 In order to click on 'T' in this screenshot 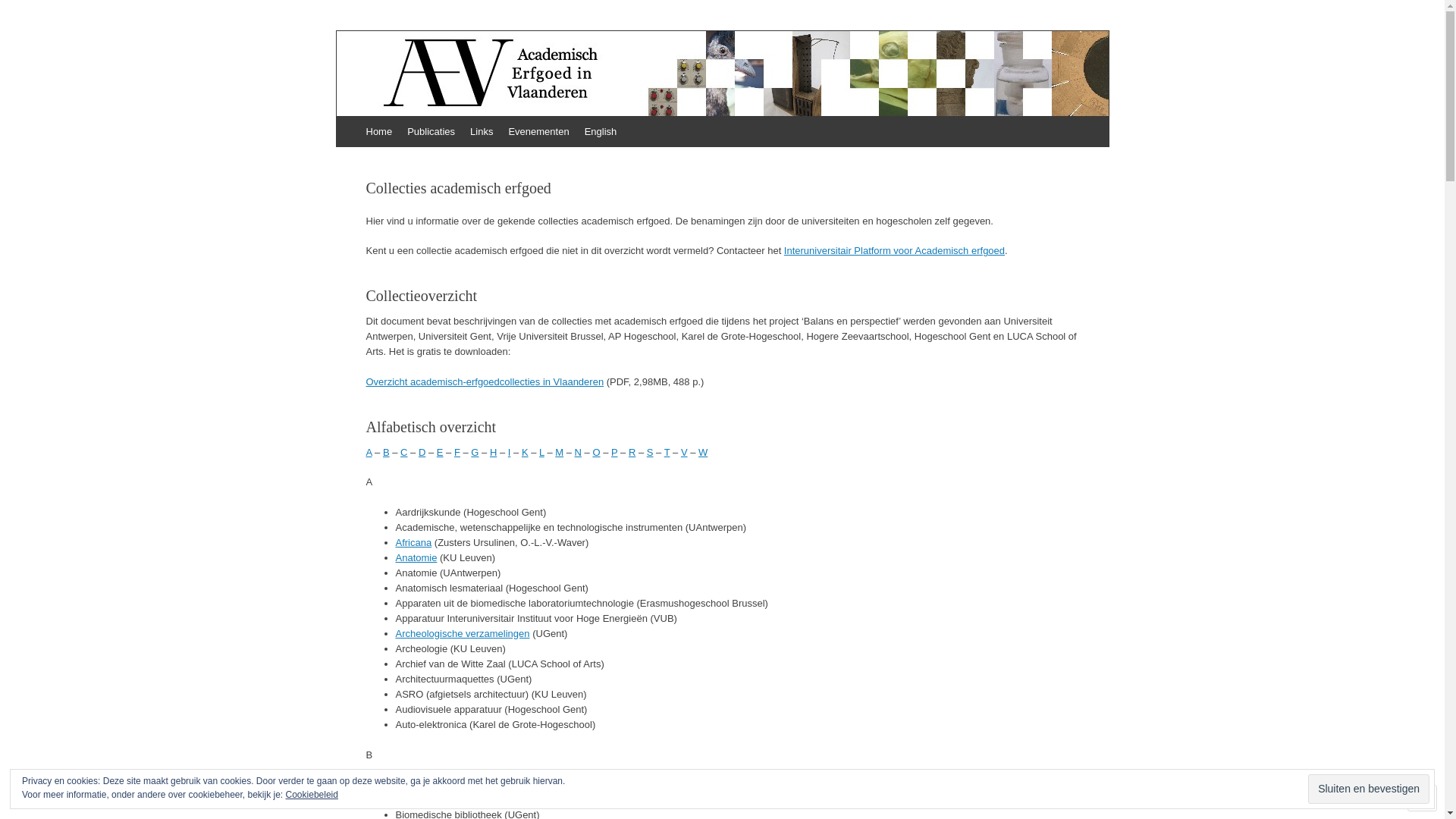, I will do `click(667, 450)`.